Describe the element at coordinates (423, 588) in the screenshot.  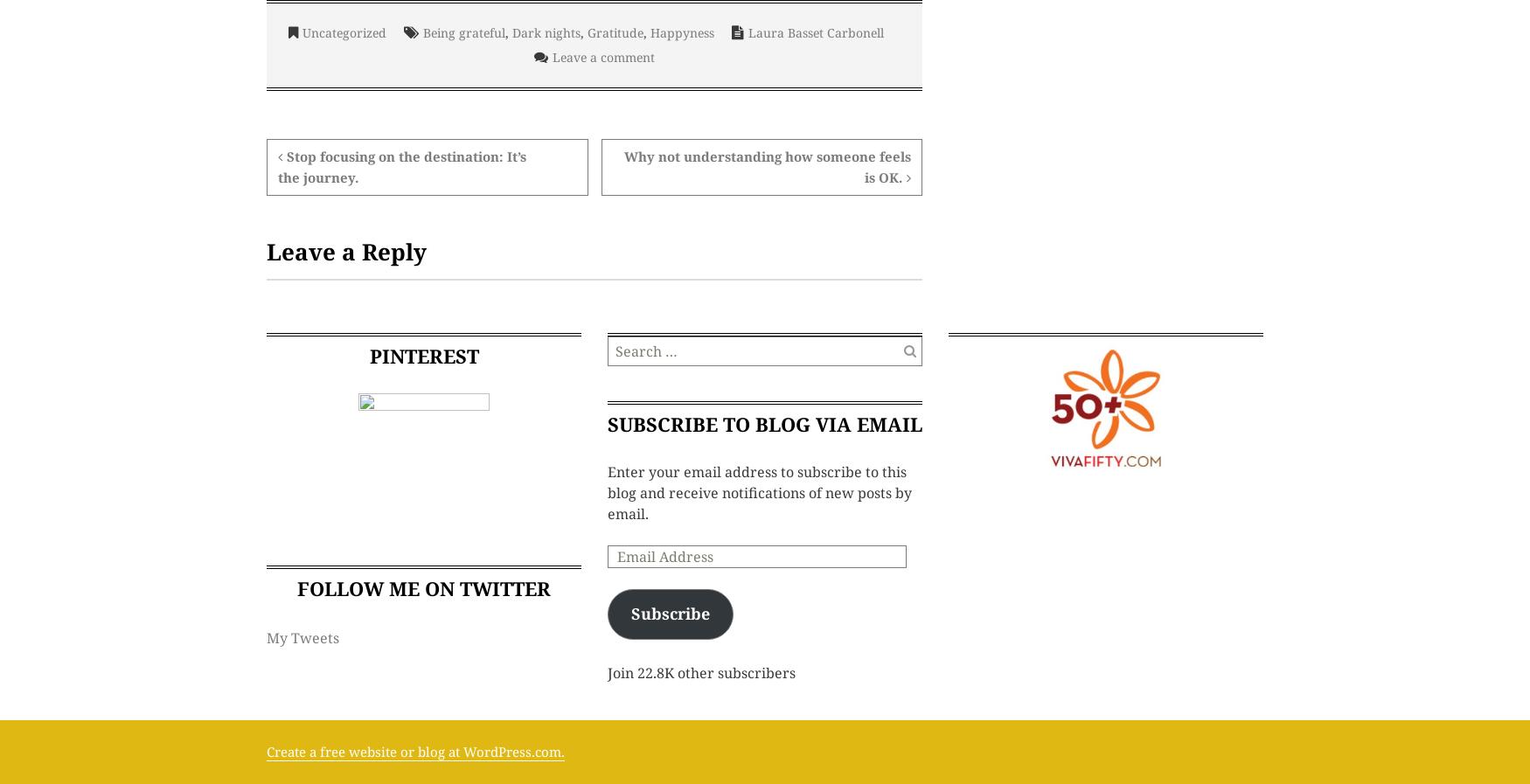
I see `'Follow me on Twitter'` at that location.